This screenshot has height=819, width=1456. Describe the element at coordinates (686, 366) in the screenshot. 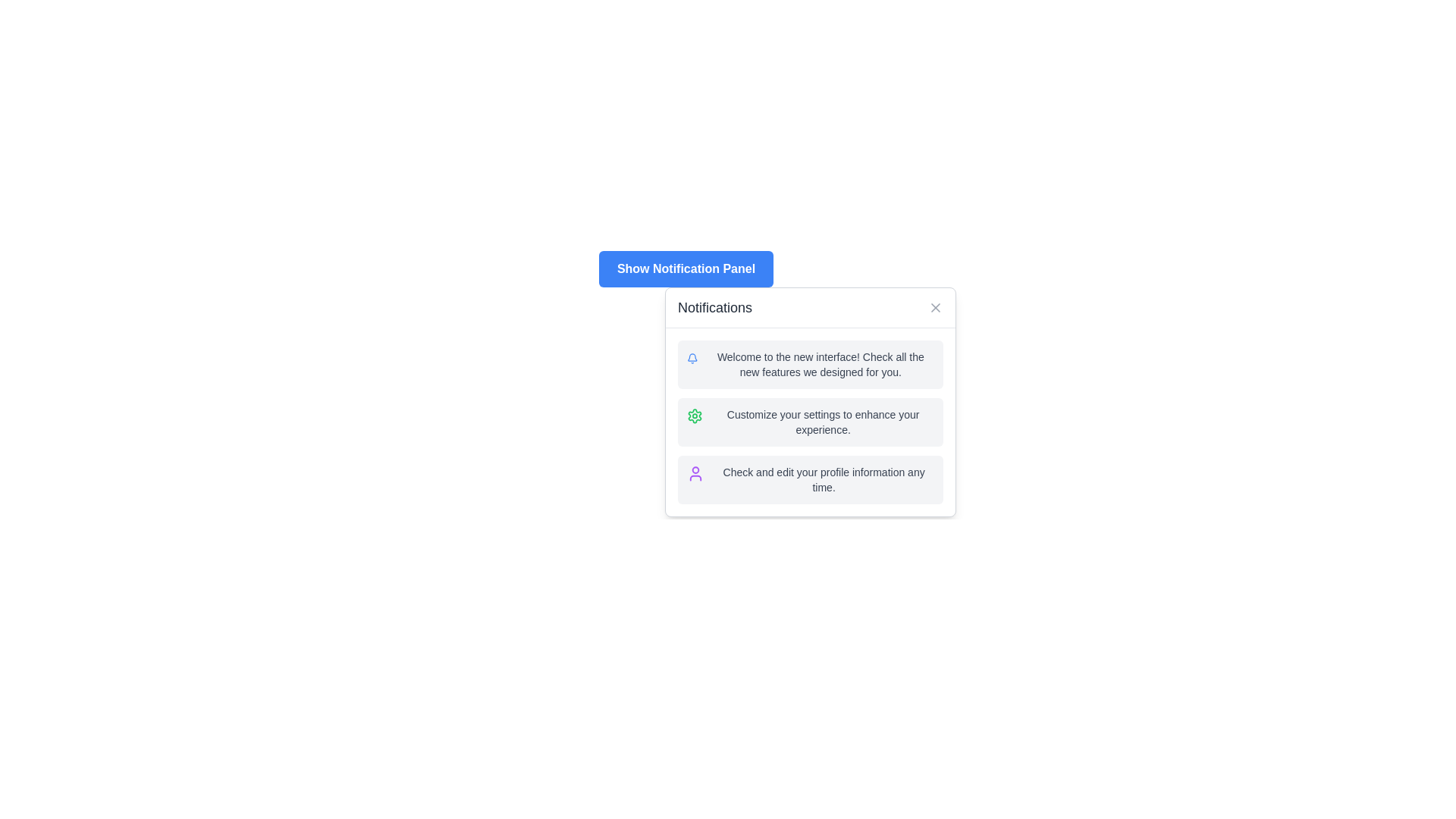

I see `the Popup Notification Panel, which displays notifications to the user and is located near the center of the interface, slightly offset to the right` at that location.